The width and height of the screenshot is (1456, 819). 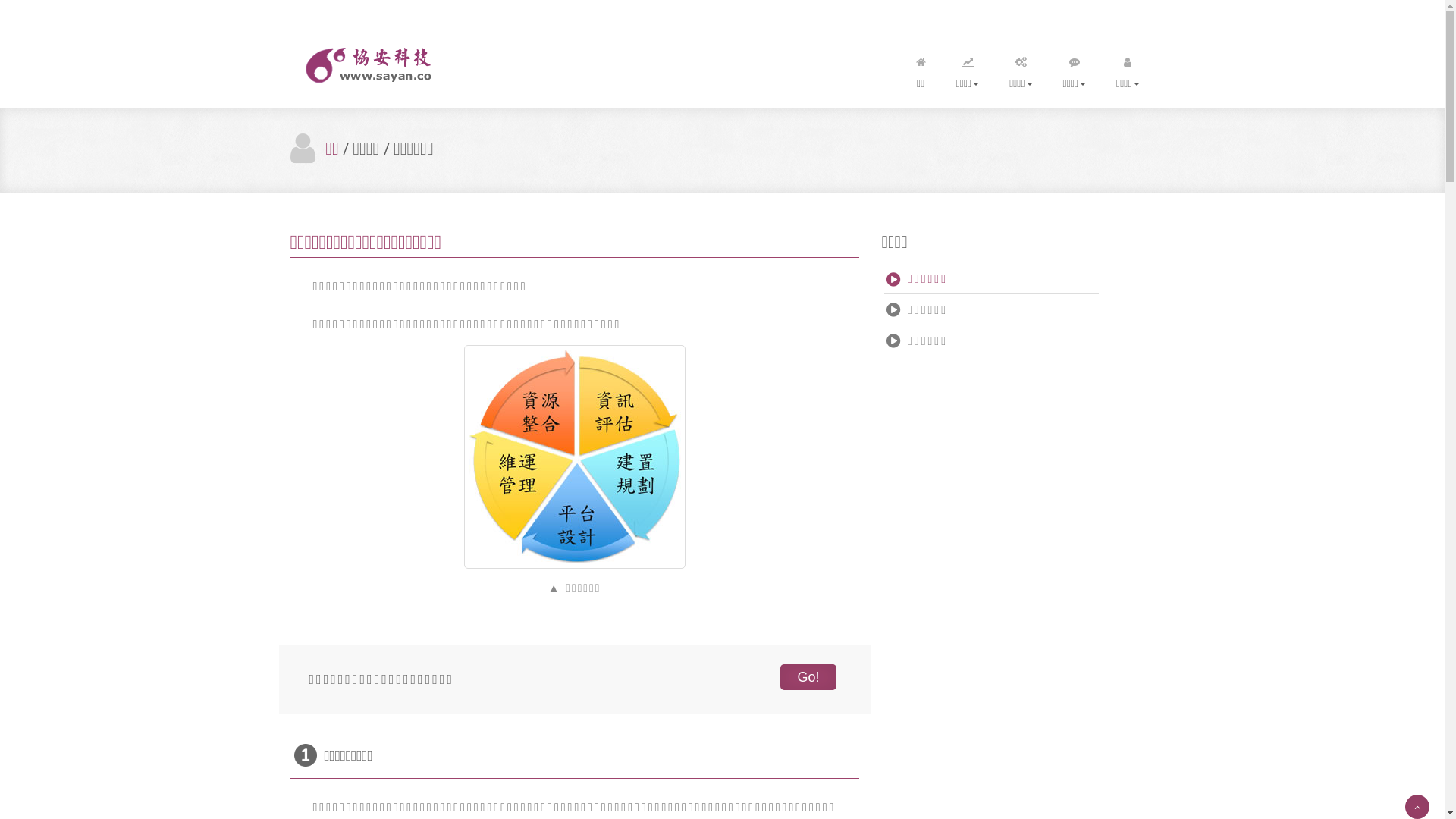 I want to click on 'Go!', so click(x=780, y=676).